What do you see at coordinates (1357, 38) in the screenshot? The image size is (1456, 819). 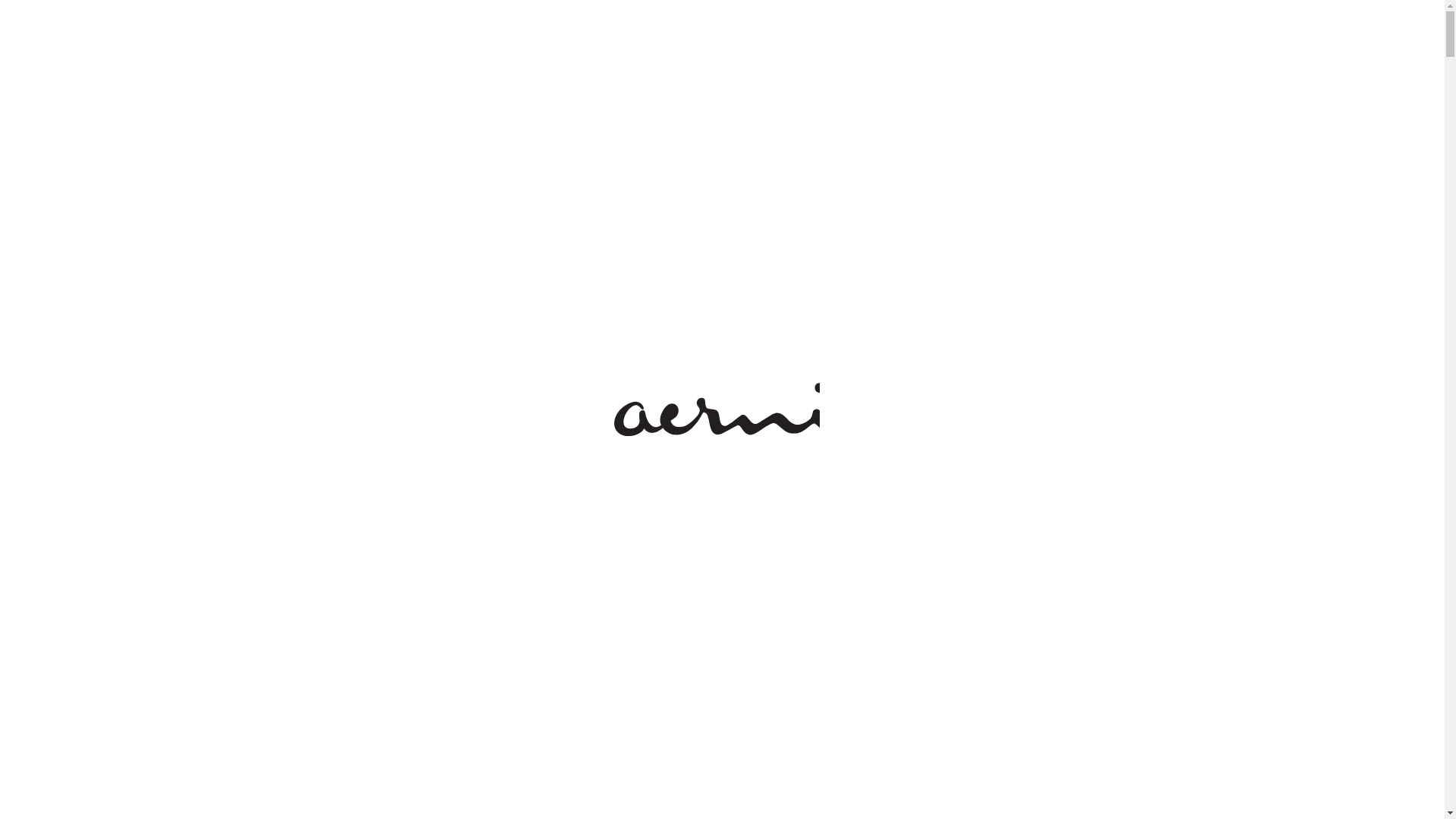 I see `'DE'` at bounding box center [1357, 38].